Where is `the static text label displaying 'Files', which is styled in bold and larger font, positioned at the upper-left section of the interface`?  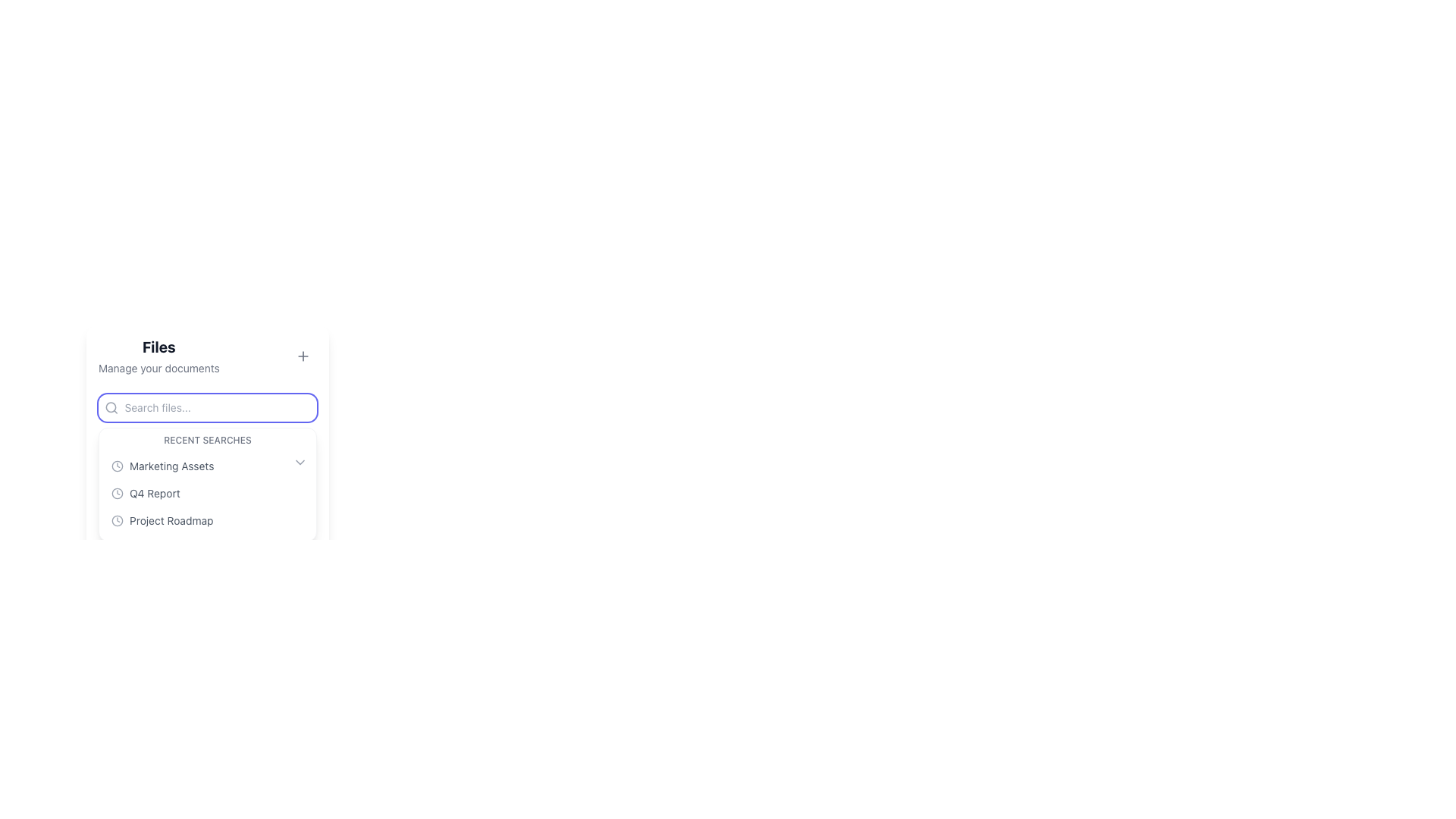
the static text label displaying 'Files', which is styled in bold and larger font, positioned at the upper-left section of the interface is located at coordinates (158, 347).